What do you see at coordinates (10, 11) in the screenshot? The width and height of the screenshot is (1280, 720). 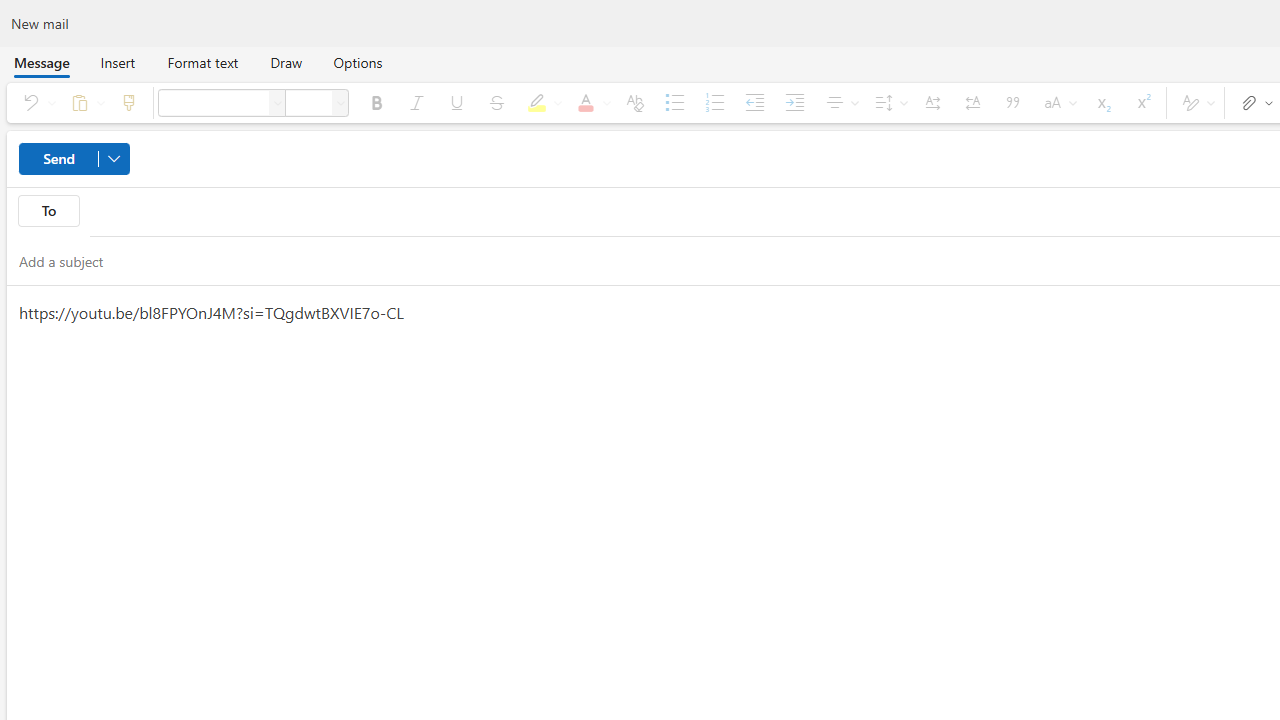 I see `'System'` at bounding box center [10, 11].